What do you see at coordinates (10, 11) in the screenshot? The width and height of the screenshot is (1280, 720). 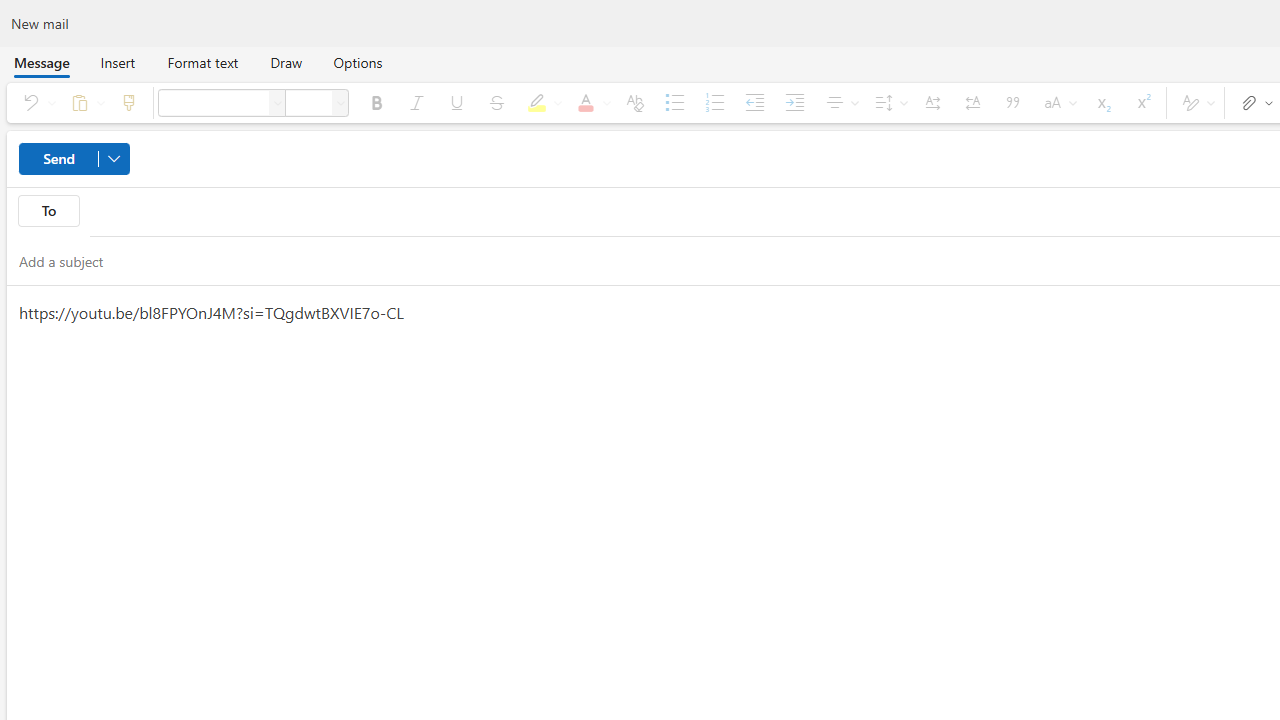 I see `'System'` at bounding box center [10, 11].